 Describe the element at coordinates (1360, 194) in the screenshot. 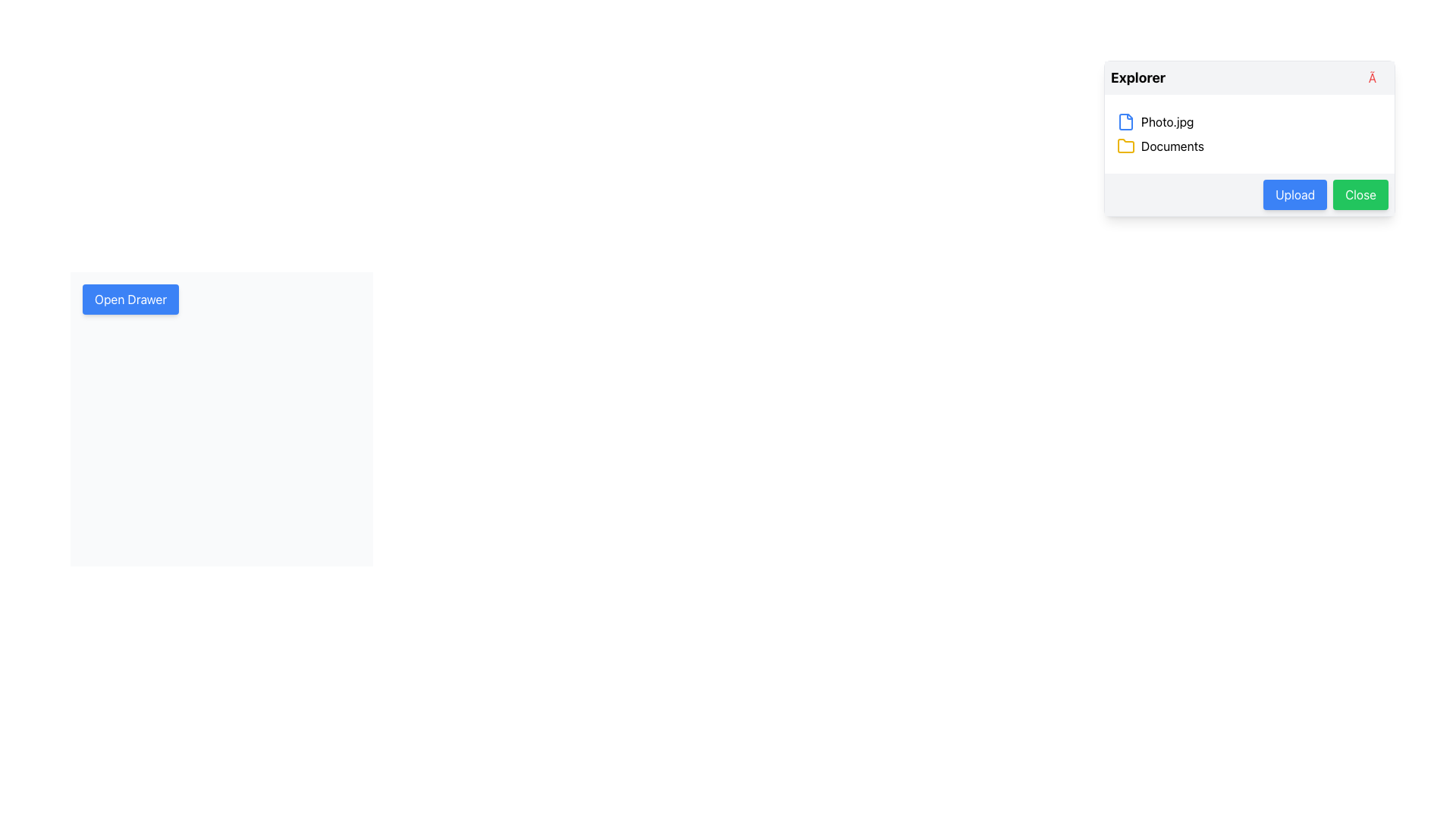

I see `the second button in the horizontal alignment of buttons, located to the right of the blue 'Upload' button` at that location.